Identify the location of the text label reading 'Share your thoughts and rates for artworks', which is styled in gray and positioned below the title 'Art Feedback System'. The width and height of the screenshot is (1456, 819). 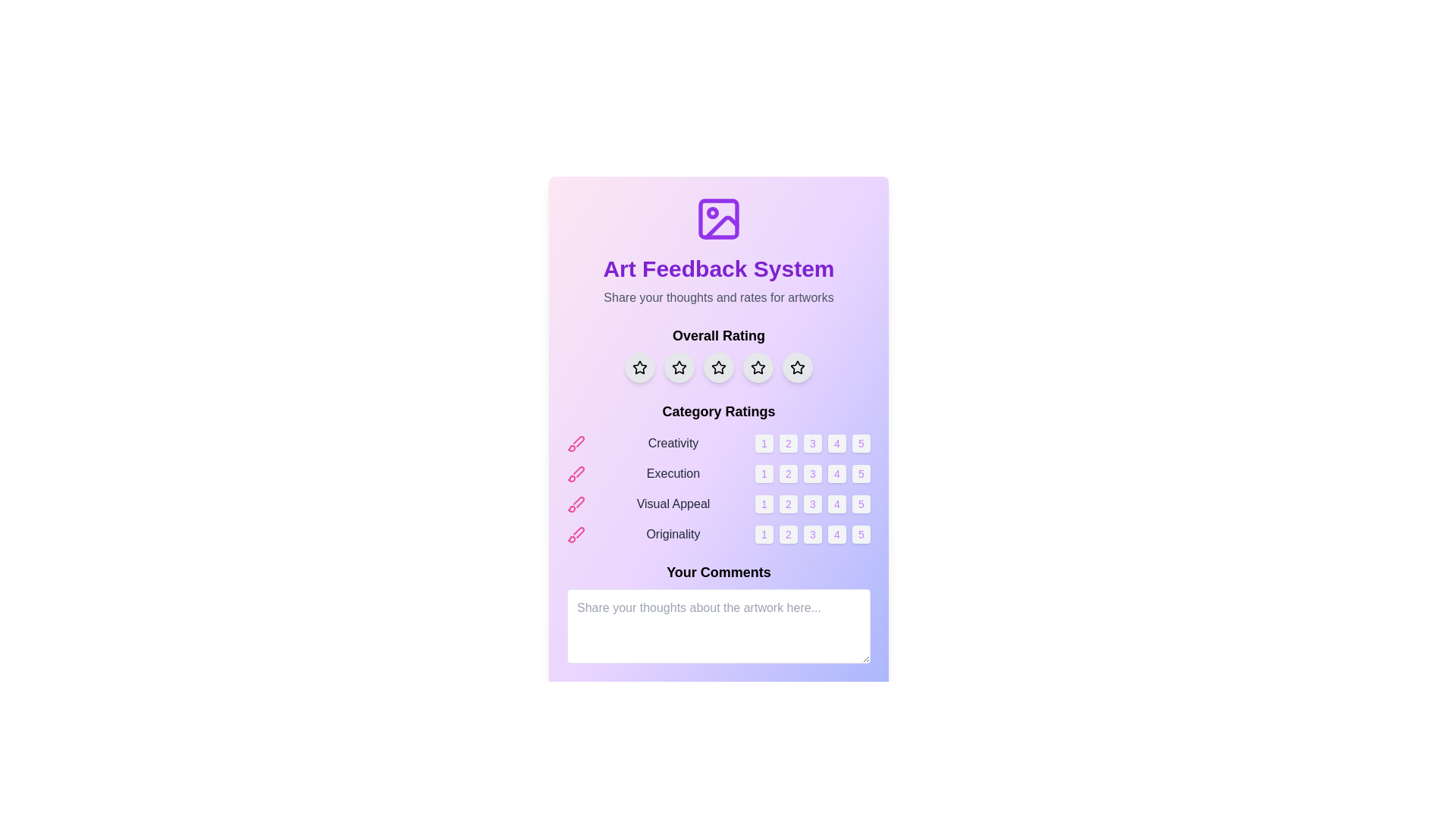
(718, 298).